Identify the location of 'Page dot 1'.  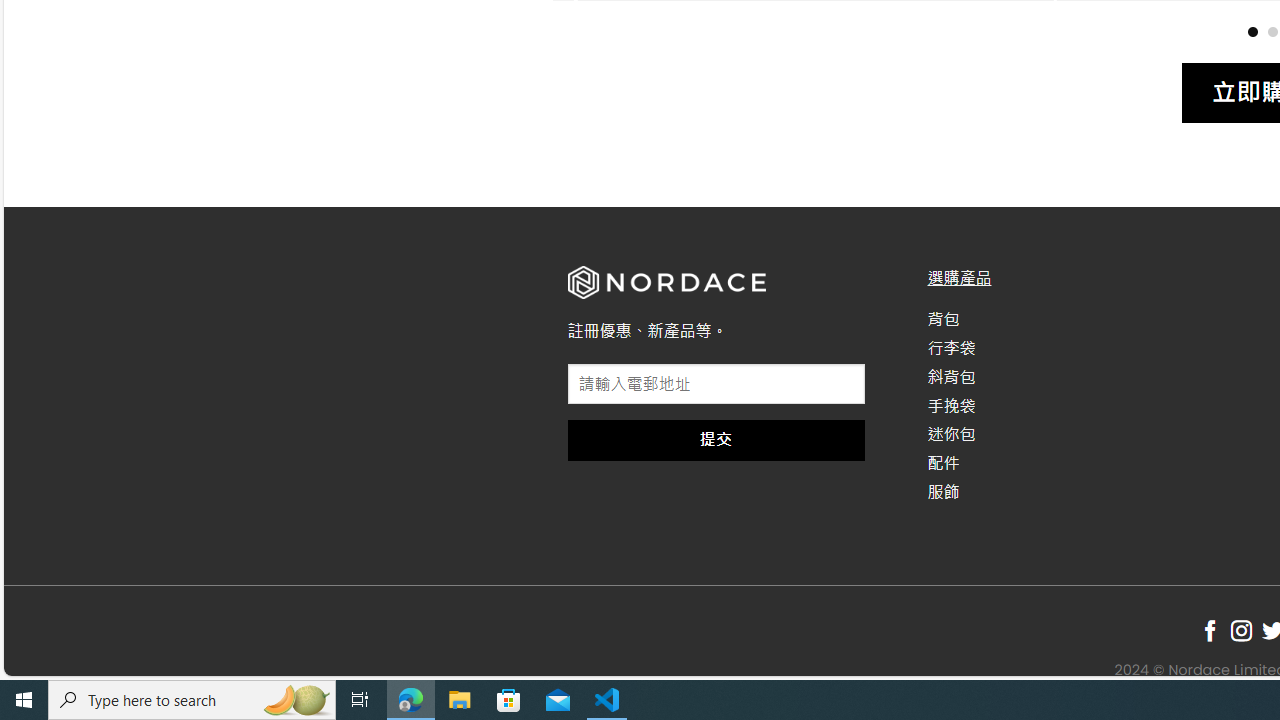
(1251, 31).